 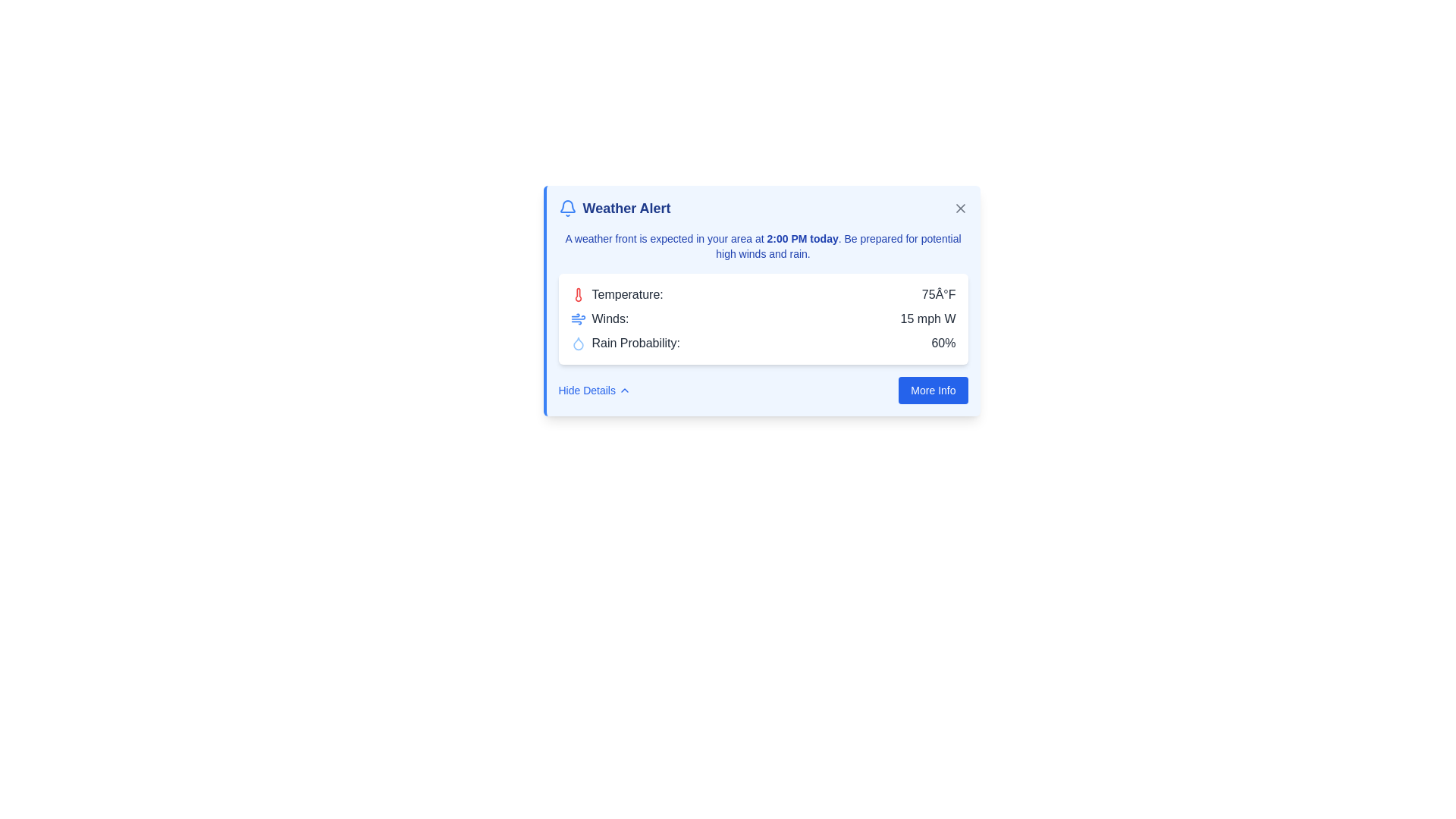 What do you see at coordinates (577, 295) in the screenshot?
I see `the temperature icon located in the middle of the weather alert card, next to the label 'Temperature'` at bounding box center [577, 295].